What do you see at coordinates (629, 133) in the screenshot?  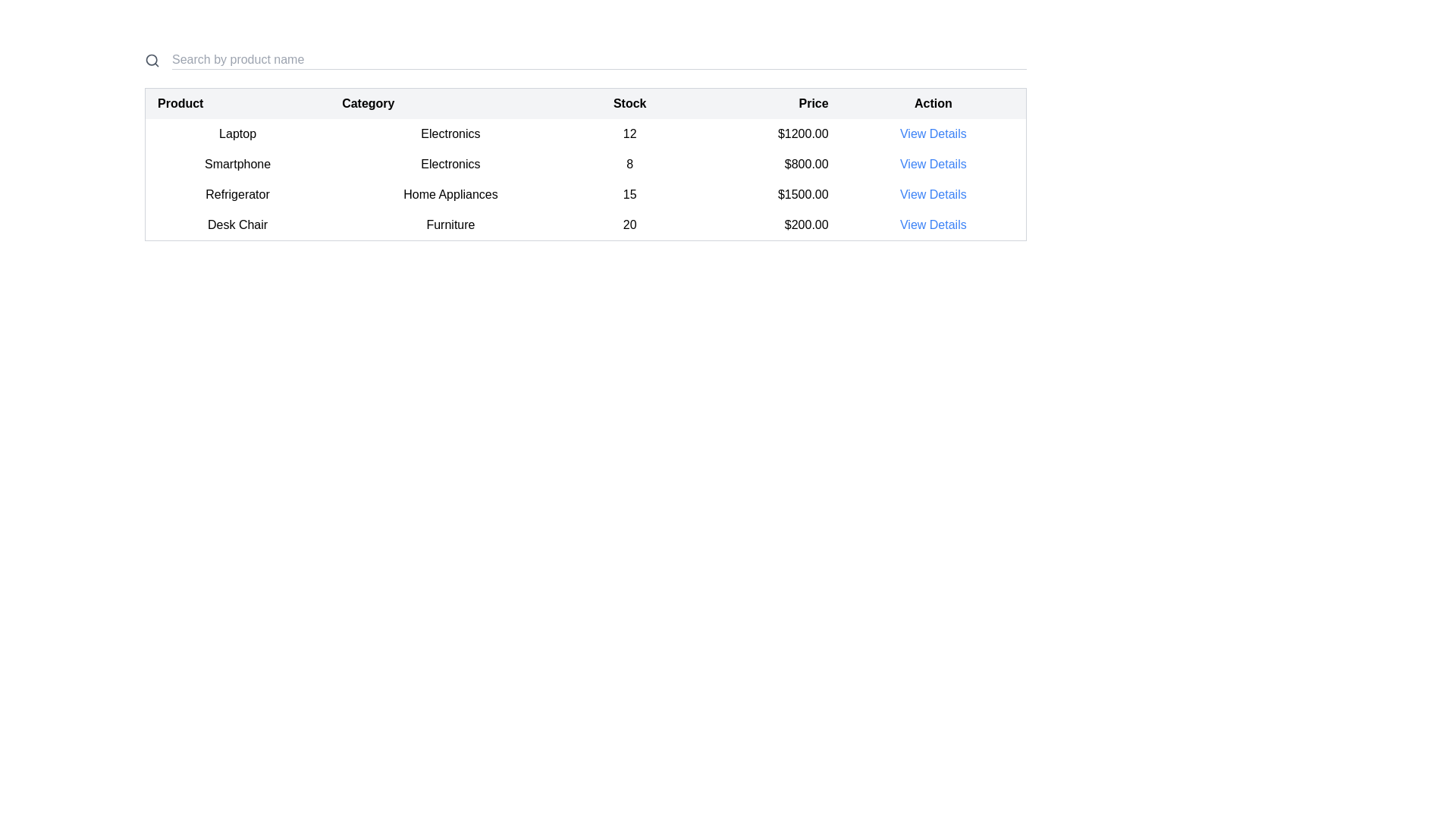 I see `the table cell displaying the stock quantity of the 'Laptop' product located in the third column under the 'Stock' header` at bounding box center [629, 133].